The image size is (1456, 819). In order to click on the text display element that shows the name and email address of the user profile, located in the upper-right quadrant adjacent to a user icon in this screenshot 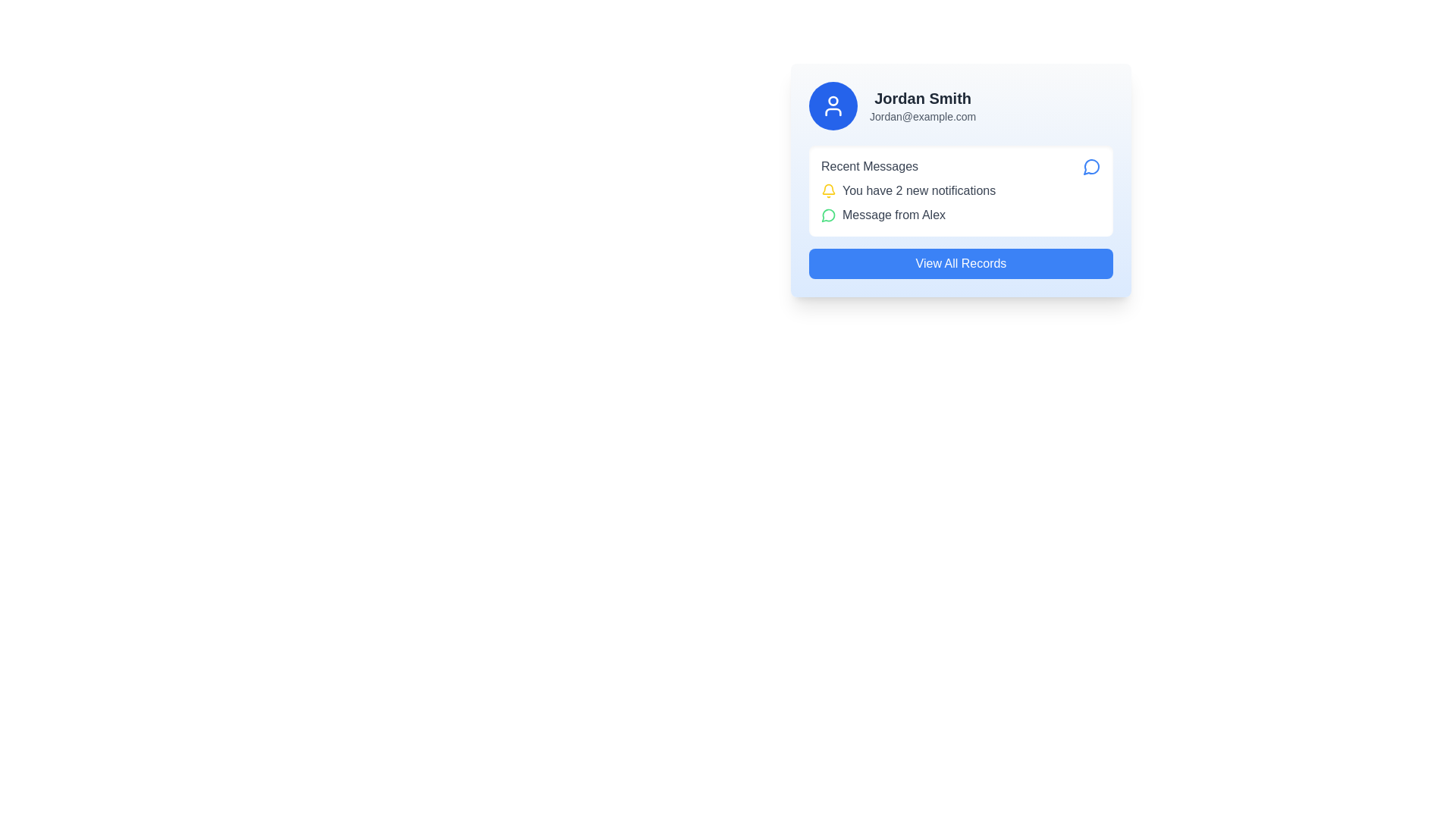, I will do `click(922, 105)`.